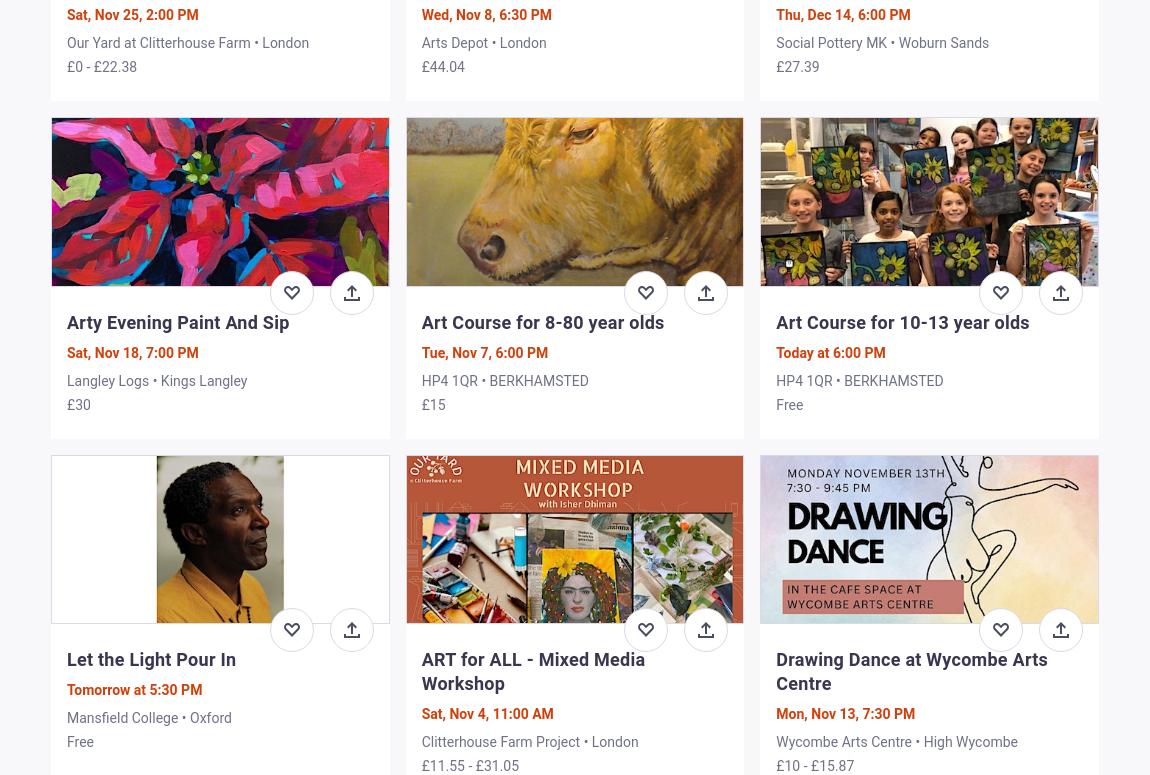 This screenshot has height=775, width=1150. What do you see at coordinates (421, 764) in the screenshot?
I see `'£11.55 - £31.05'` at bounding box center [421, 764].